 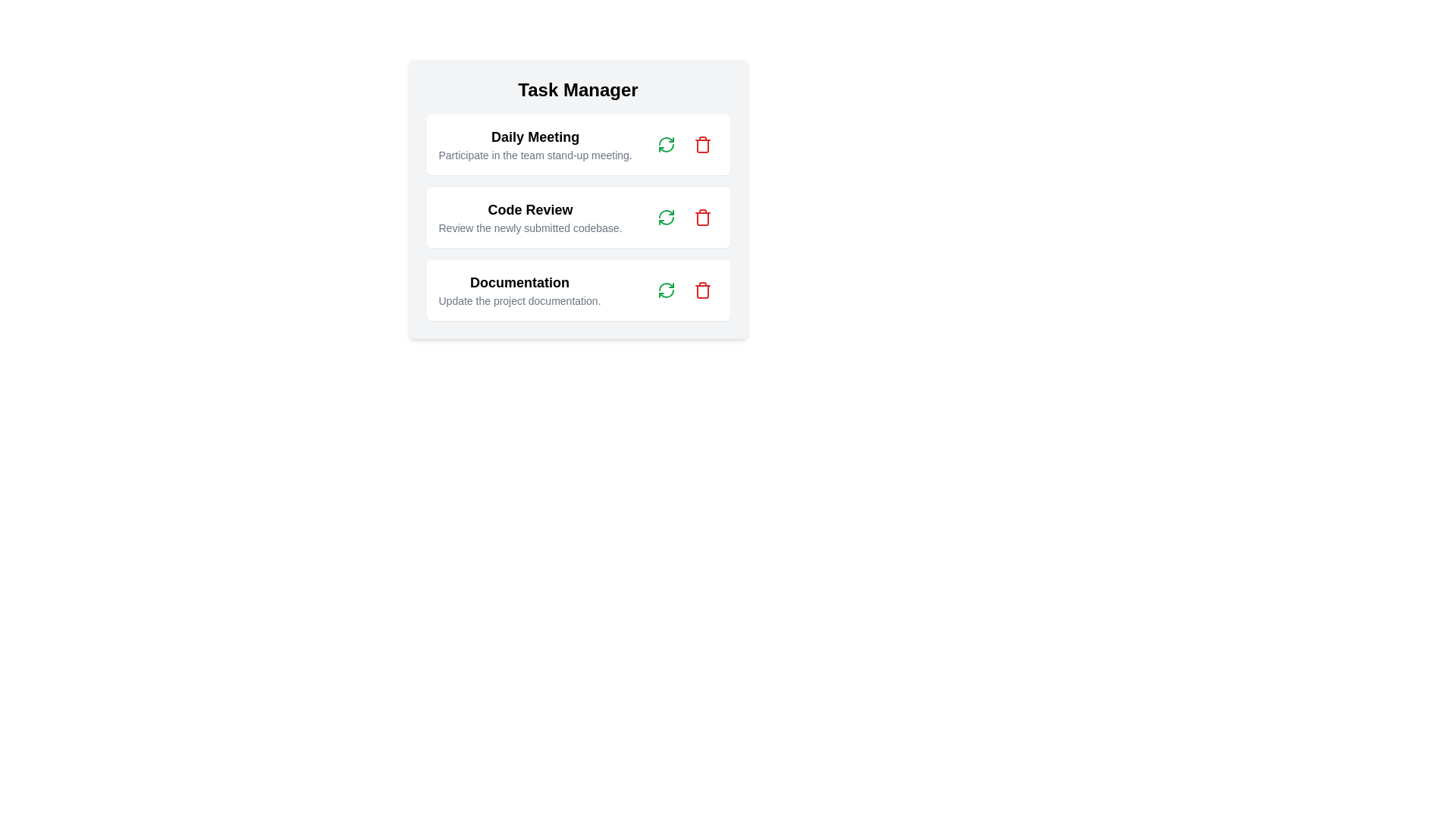 I want to click on the text label that says 'Review the newly submitted codebase.' which is located directly beneath the title 'Code Review' in the task management interface, so click(x=530, y=227).